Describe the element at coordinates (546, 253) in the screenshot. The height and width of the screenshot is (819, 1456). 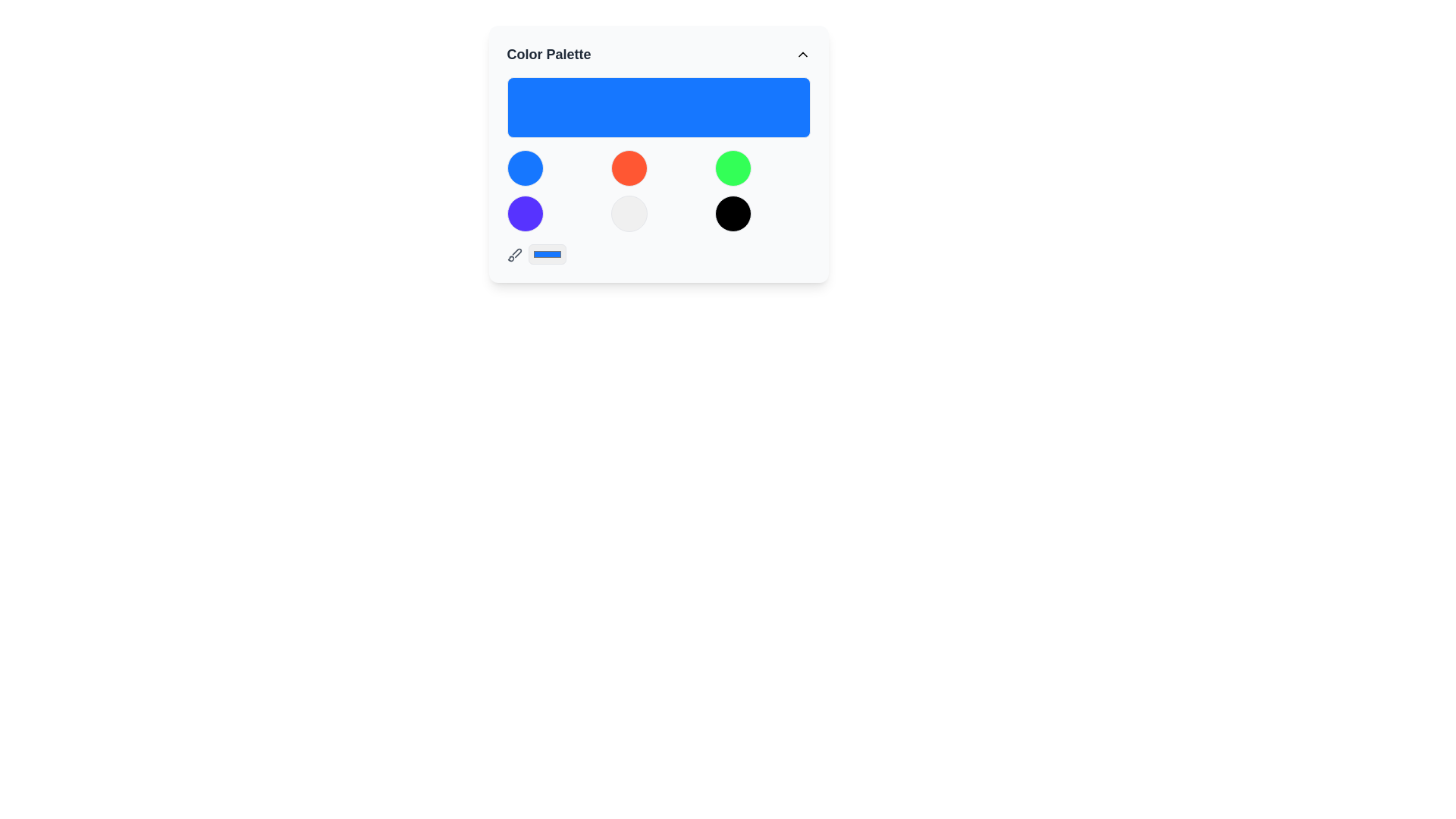
I see `the color picker button with a blue fill and gray outline` at that location.